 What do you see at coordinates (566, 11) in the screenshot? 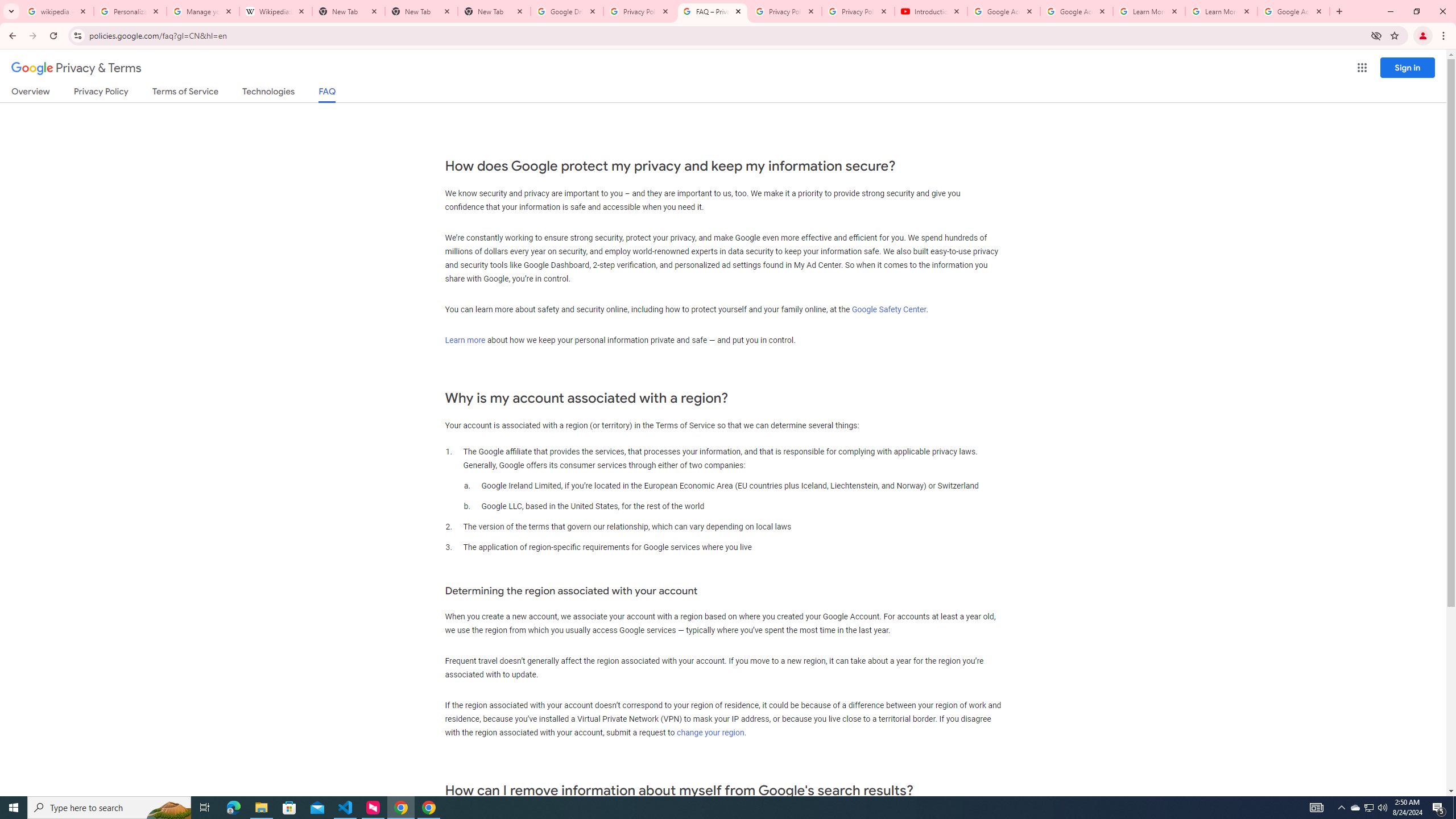
I see `'Google Drive: Sign-in'` at bounding box center [566, 11].